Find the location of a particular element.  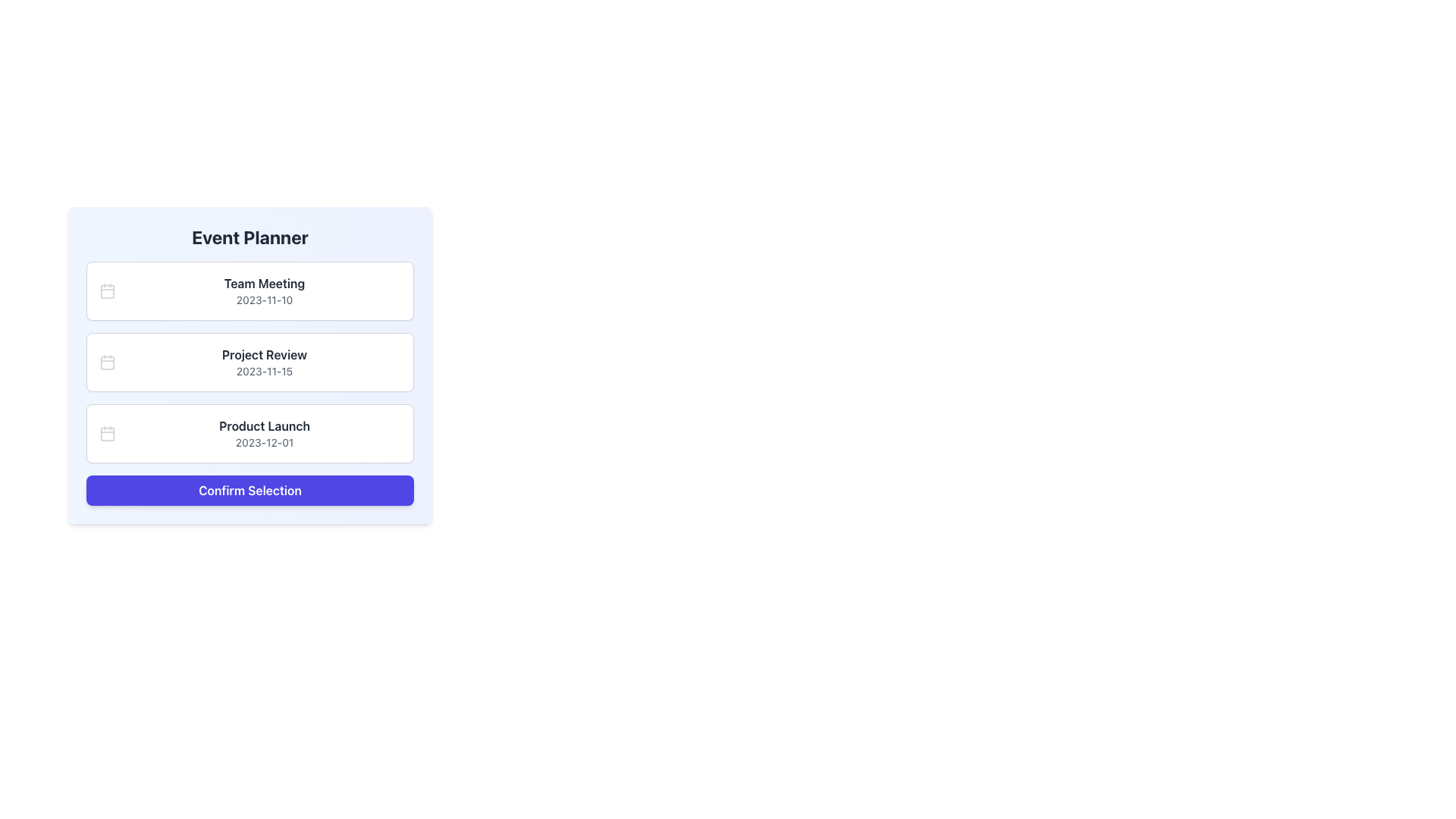

the calendar icon located to the left of the 'Project Review' text, which serves as a visual indicator of date-specific details is located at coordinates (107, 362).